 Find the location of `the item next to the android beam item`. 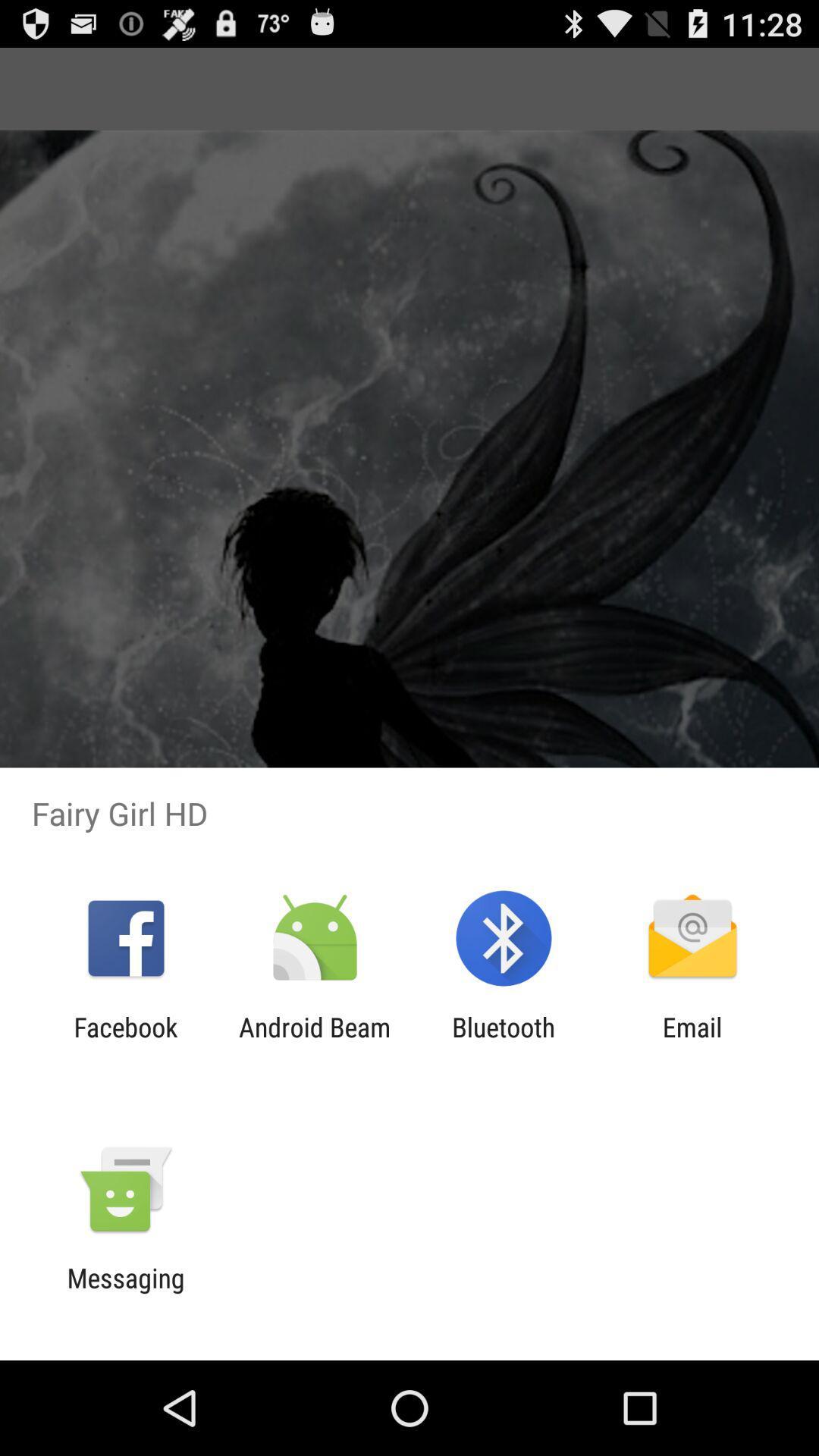

the item next to the android beam item is located at coordinates (125, 1042).